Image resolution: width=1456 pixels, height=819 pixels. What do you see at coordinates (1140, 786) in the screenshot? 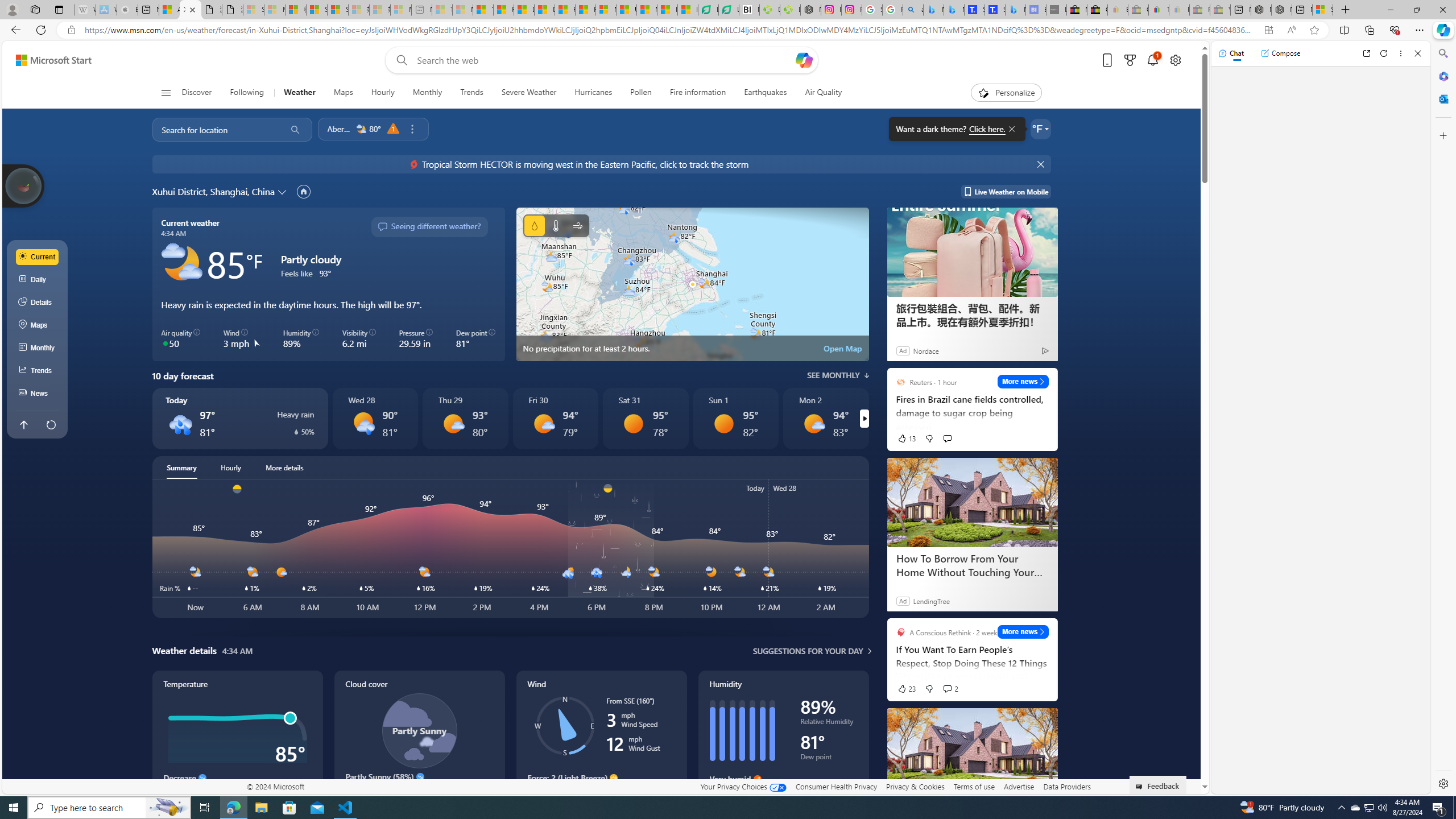
I see `'Class: feedback_link_icon-DS-EntryPoint1-1'` at bounding box center [1140, 786].